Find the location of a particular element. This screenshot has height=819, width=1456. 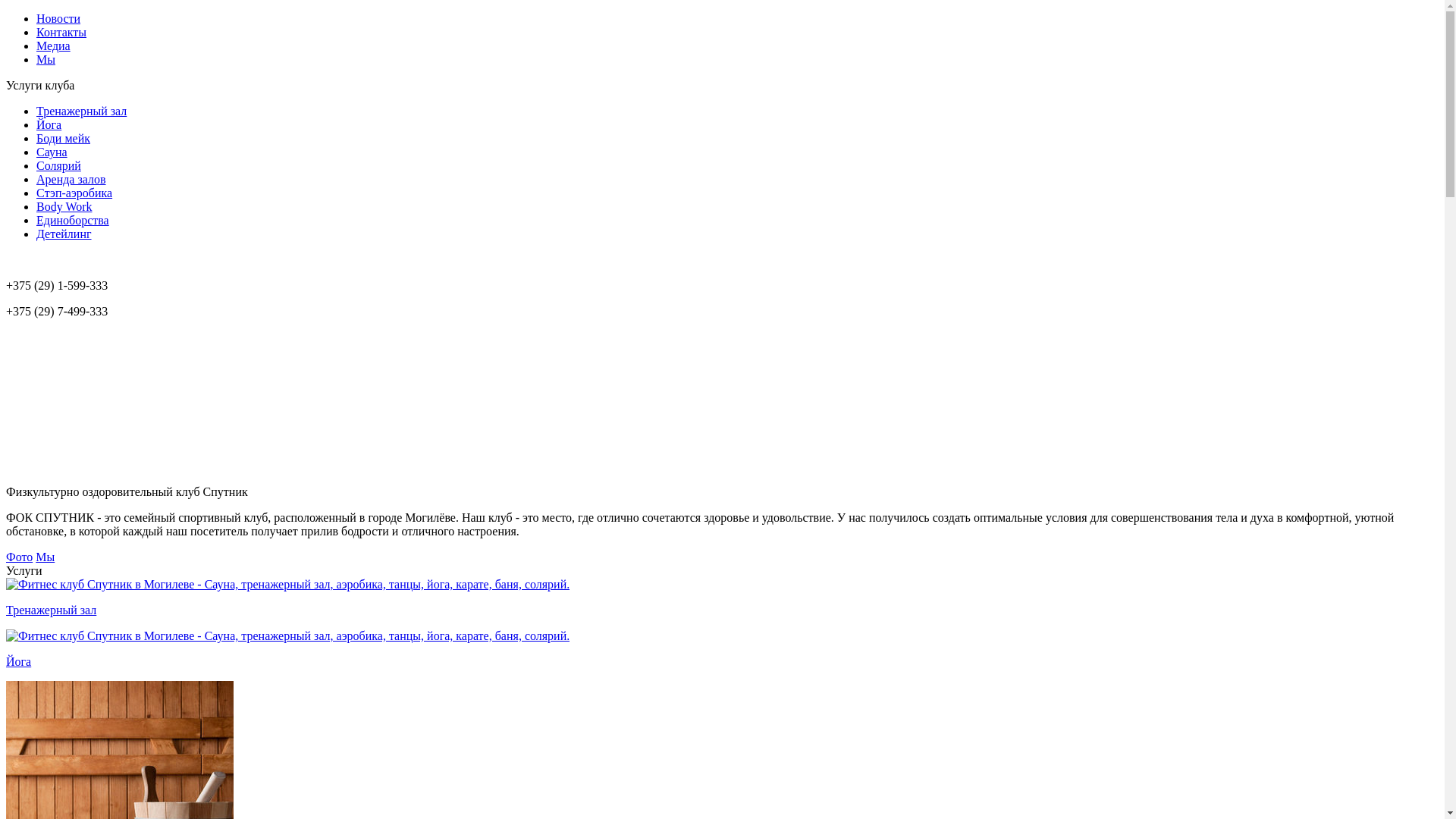

'Body Work' is located at coordinates (64, 206).